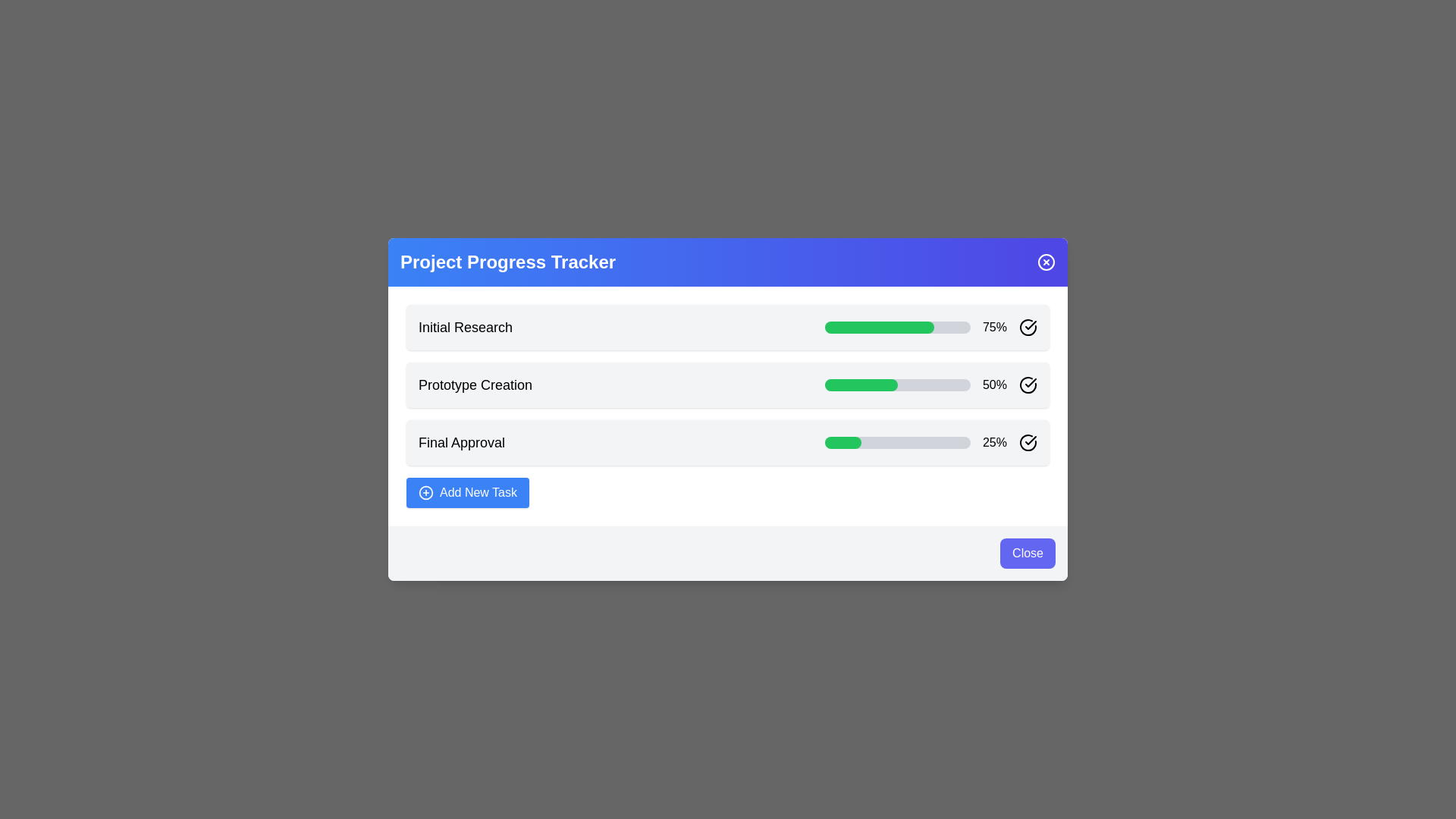 The width and height of the screenshot is (1456, 819). Describe the element at coordinates (1028, 327) in the screenshot. I see `the circular checkmark icon with a light stroke color located to the right of the progress bar labeled '75%'` at that location.